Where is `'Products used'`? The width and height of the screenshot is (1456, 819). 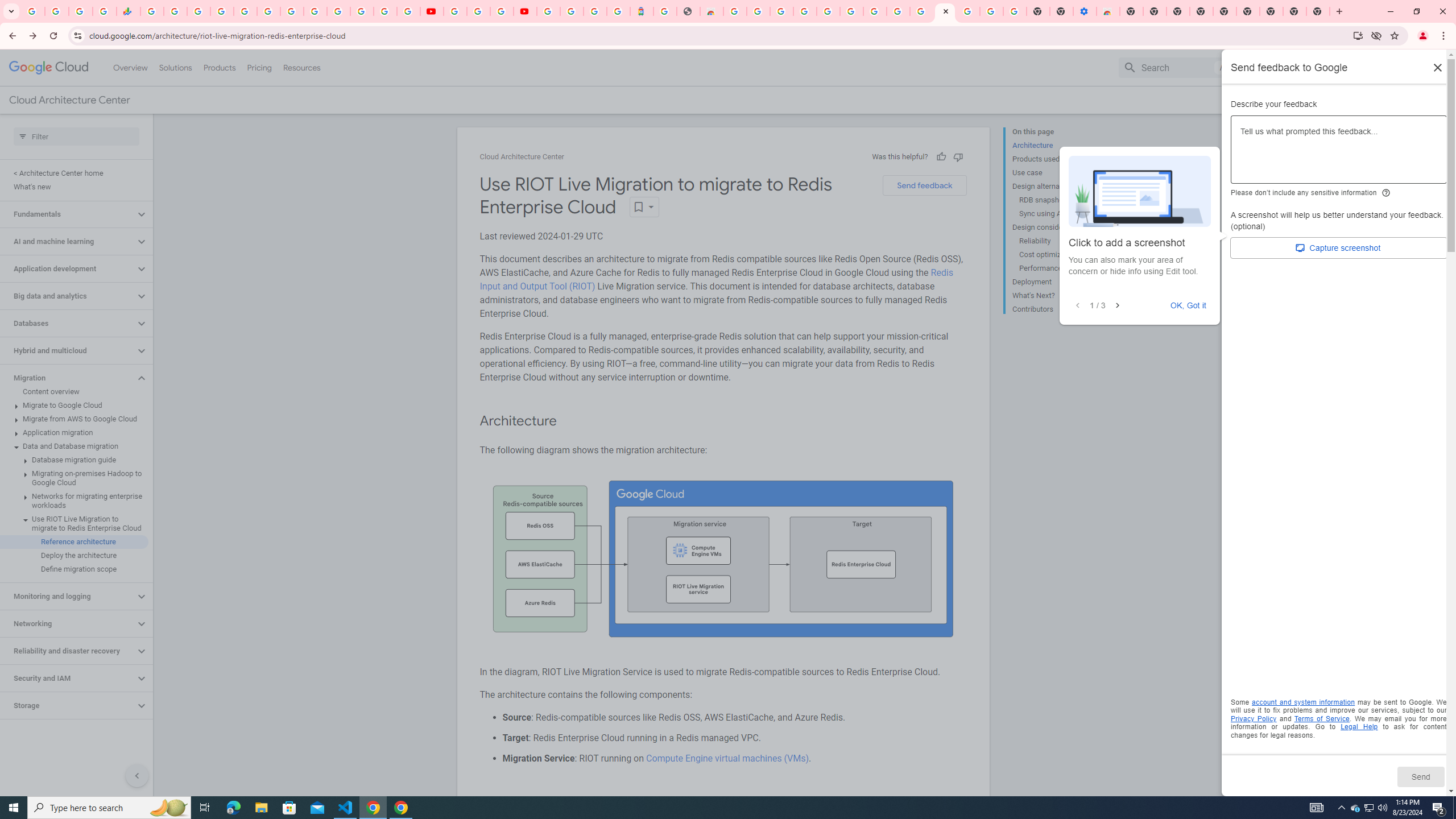 'Products used' is located at coordinates (1058, 159).